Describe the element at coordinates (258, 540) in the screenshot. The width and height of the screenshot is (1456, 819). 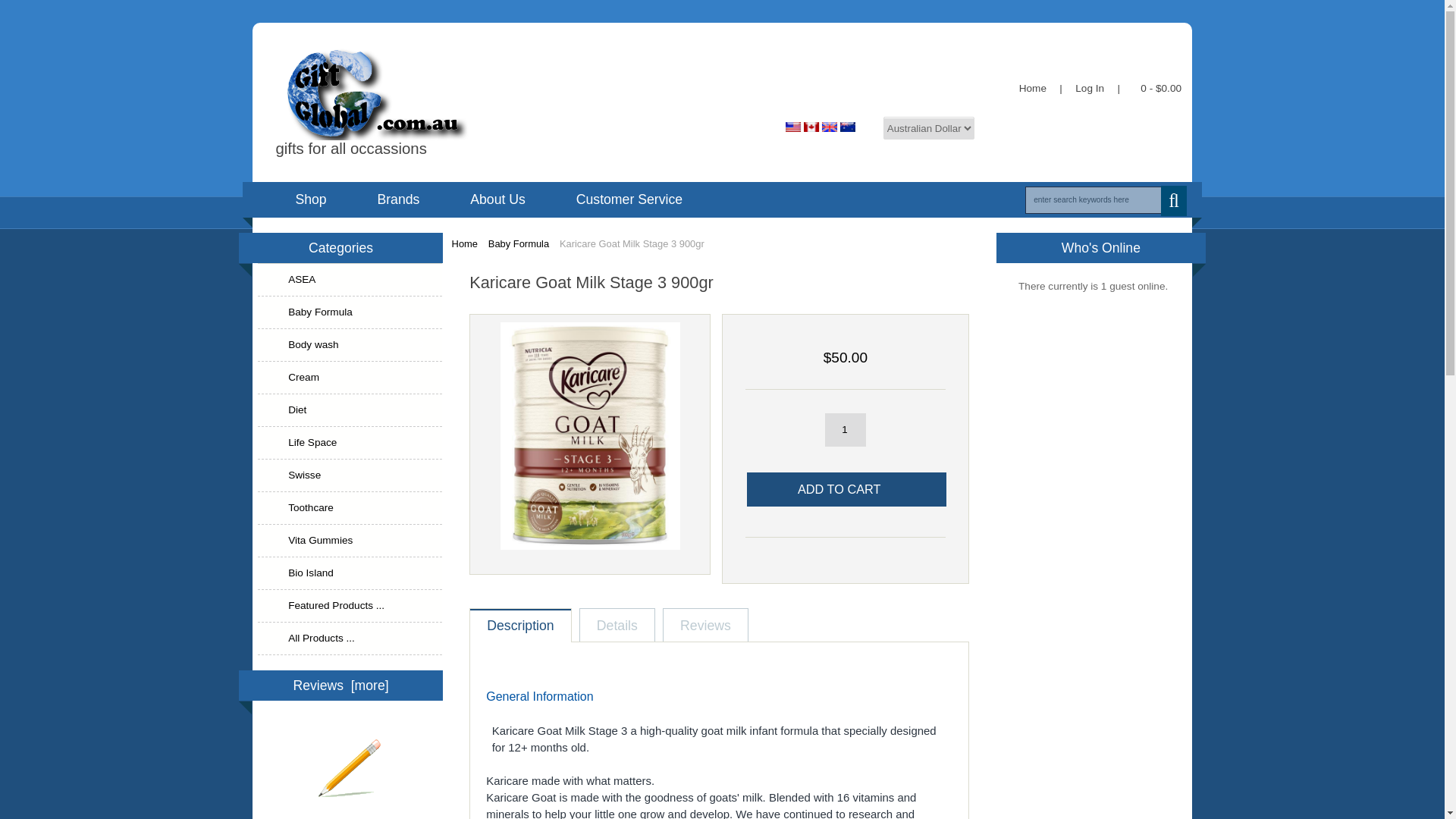
I see `'Vita Gummies` at that location.